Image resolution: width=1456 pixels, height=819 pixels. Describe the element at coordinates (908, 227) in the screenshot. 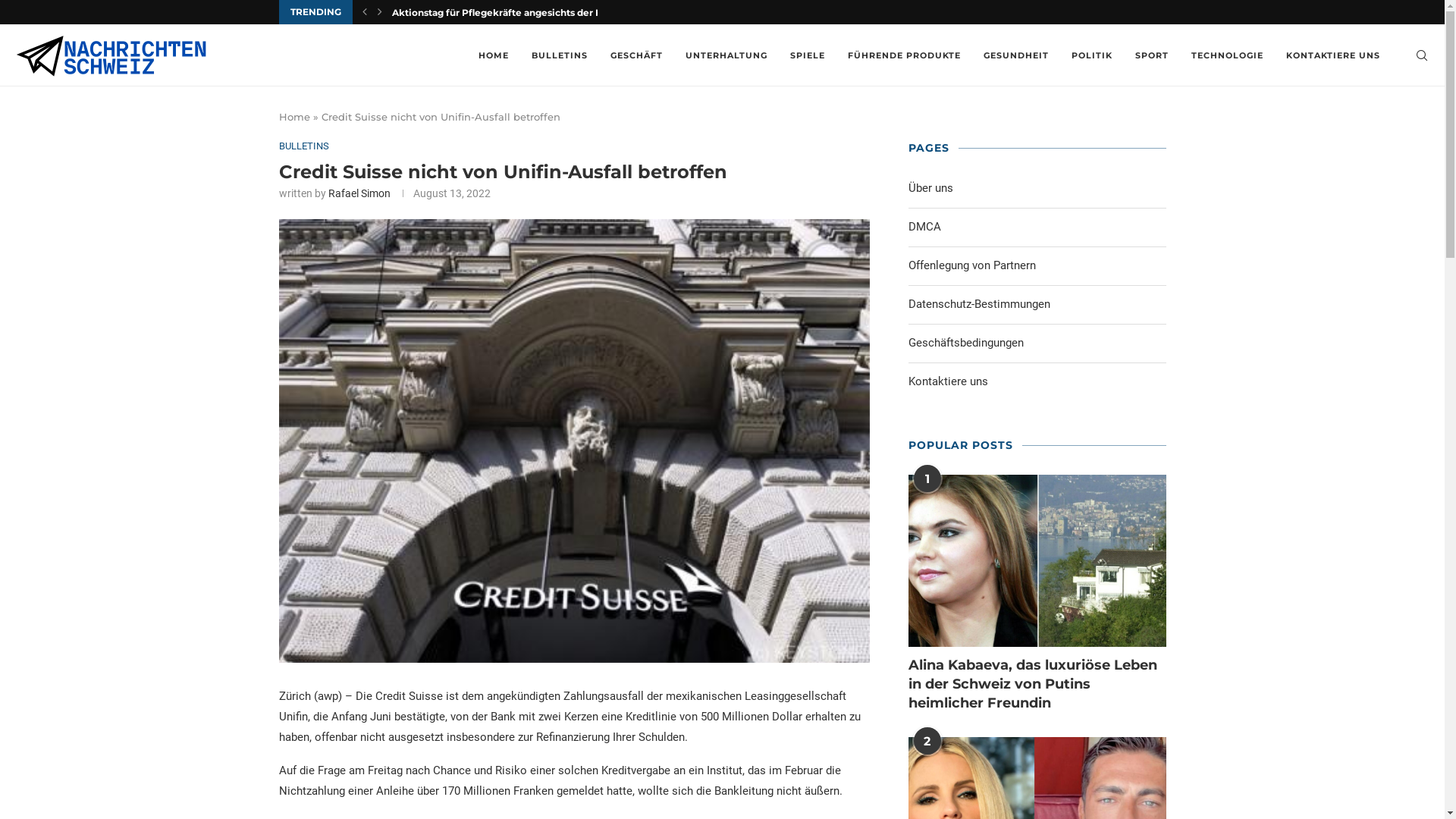

I see `'DMCA'` at that location.